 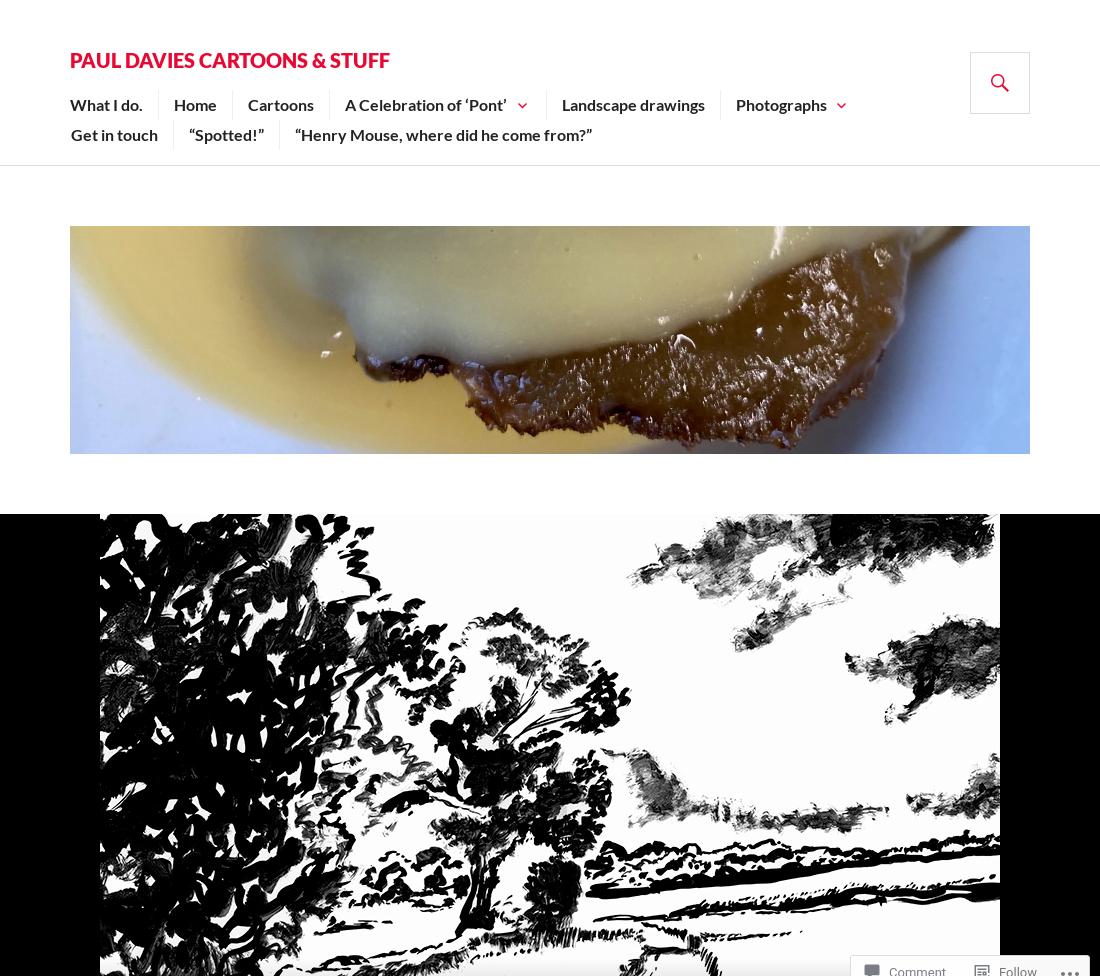 What do you see at coordinates (106, 104) in the screenshot?
I see `'What I do.'` at bounding box center [106, 104].